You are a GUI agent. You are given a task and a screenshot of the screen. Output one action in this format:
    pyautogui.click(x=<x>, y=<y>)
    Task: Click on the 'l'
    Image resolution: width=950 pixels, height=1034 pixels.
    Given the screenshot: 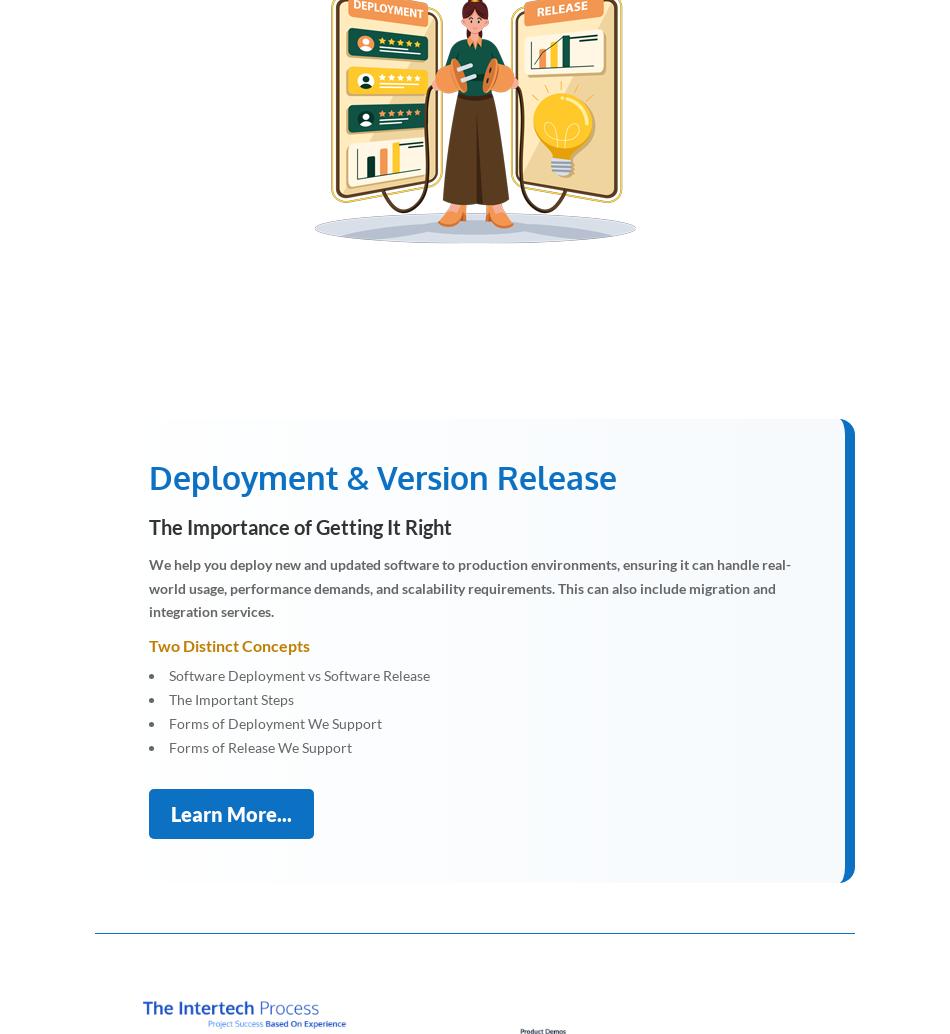 What is the action you would take?
    pyautogui.click(x=539, y=117)
    